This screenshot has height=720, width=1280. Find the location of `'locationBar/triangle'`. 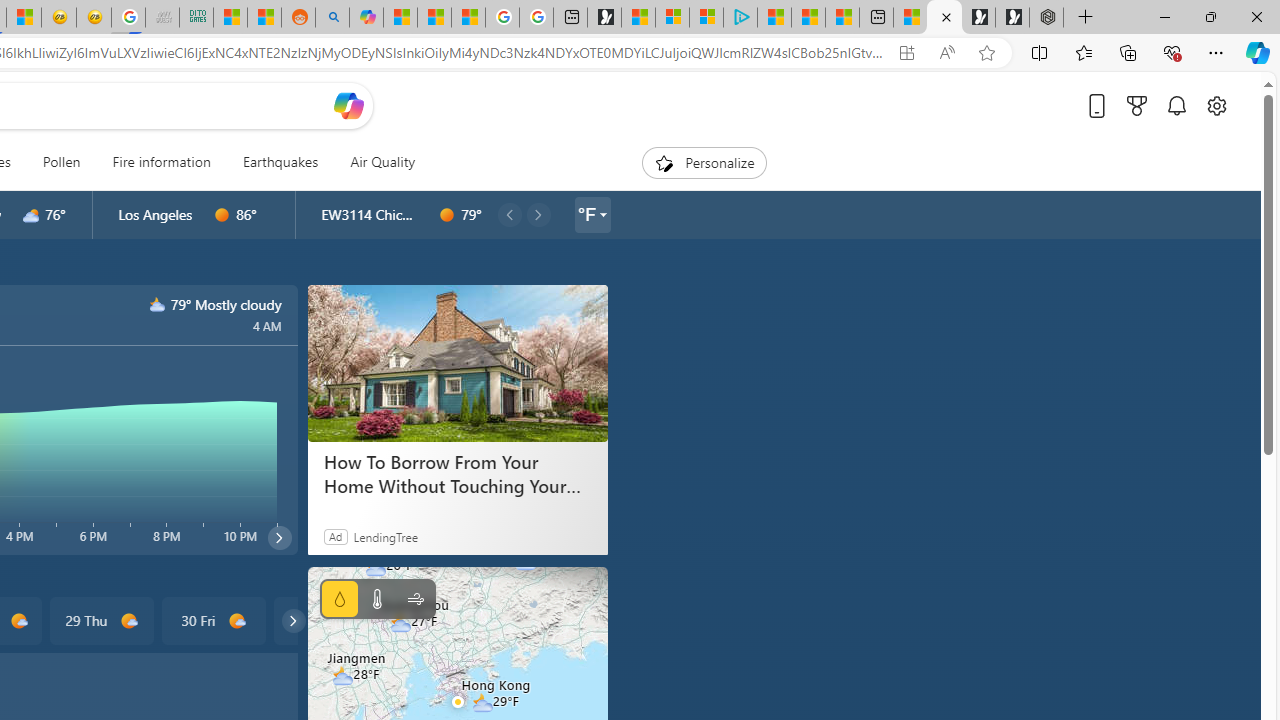

'locationBar/triangle' is located at coordinates (601, 214).